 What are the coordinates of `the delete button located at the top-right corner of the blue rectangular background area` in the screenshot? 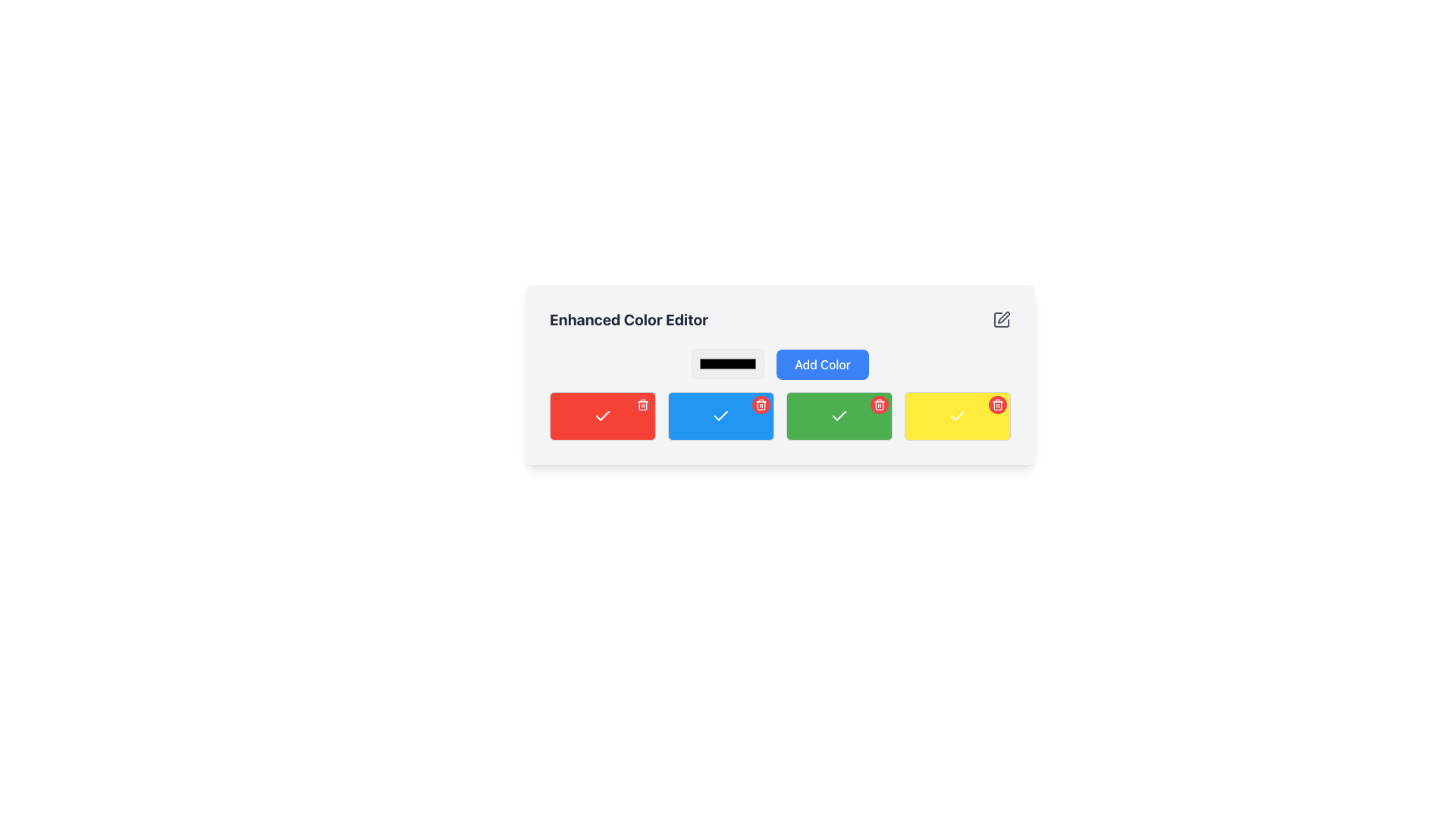 It's located at (761, 403).